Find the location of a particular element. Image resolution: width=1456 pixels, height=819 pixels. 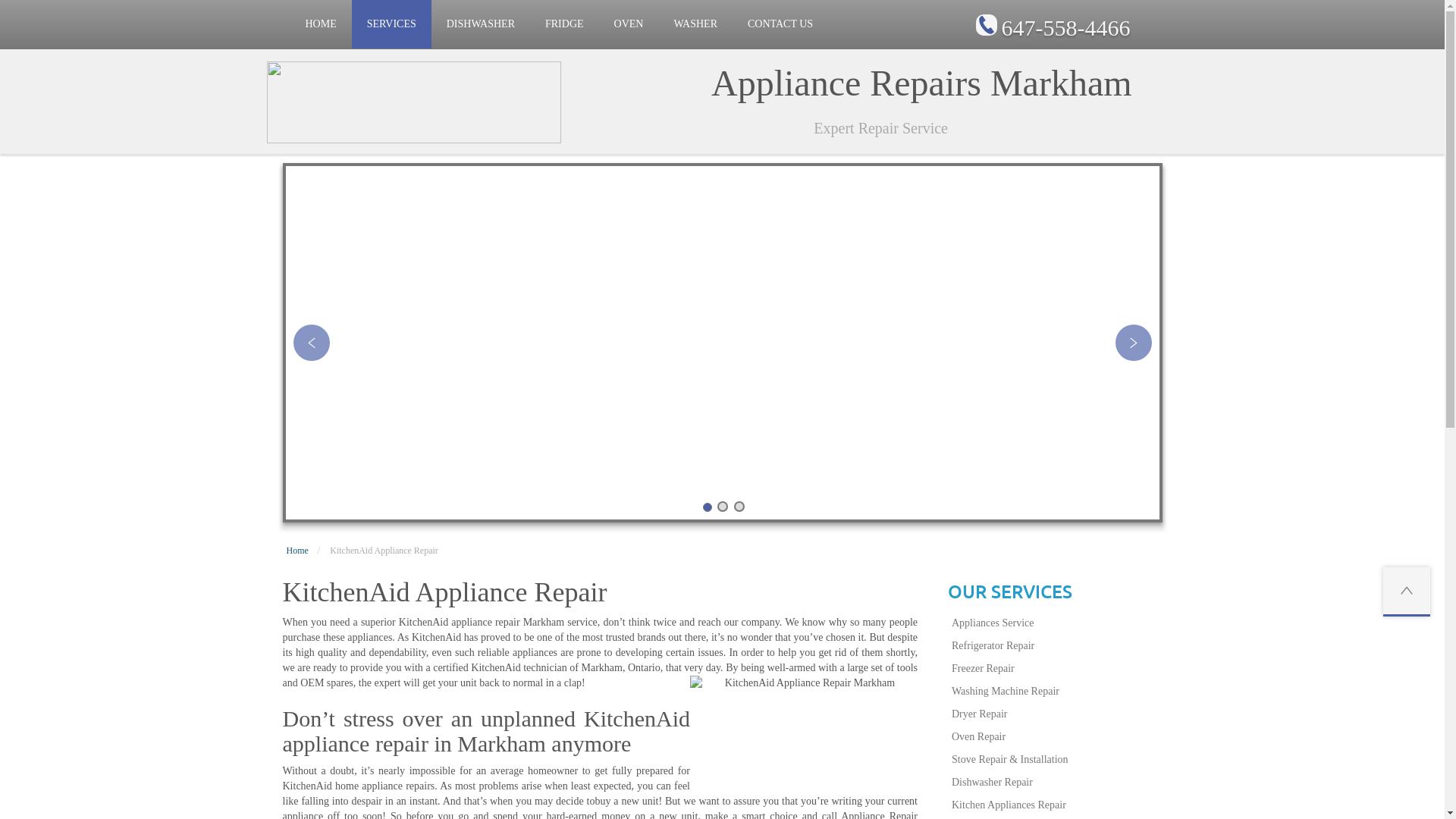

'Washing Machine Repair' is located at coordinates (1054, 691).